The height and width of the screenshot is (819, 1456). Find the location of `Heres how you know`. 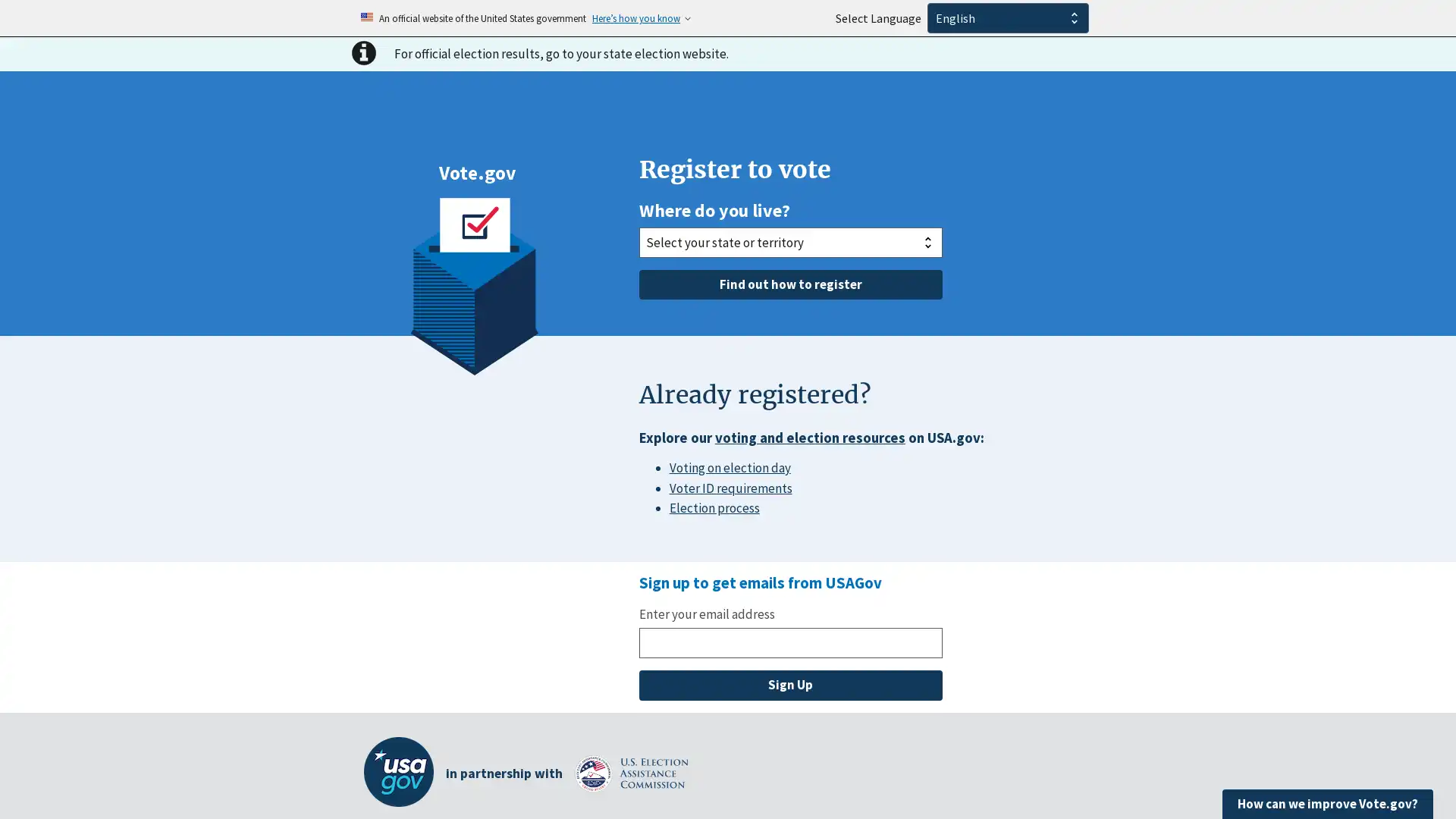

Heres how you know is located at coordinates (636, 17).